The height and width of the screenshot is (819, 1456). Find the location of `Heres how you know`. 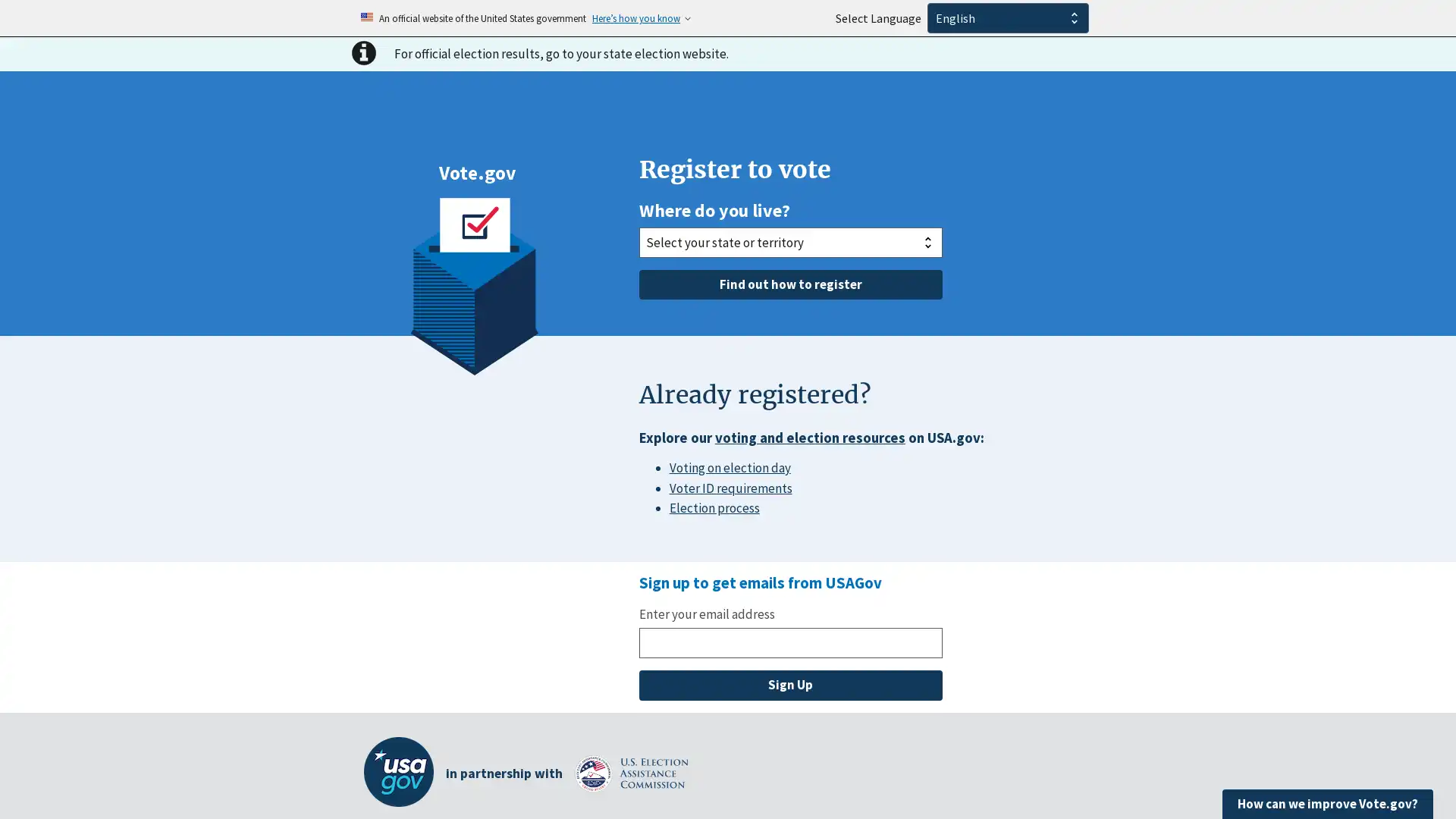

Heres how you know is located at coordinates (636, 17).